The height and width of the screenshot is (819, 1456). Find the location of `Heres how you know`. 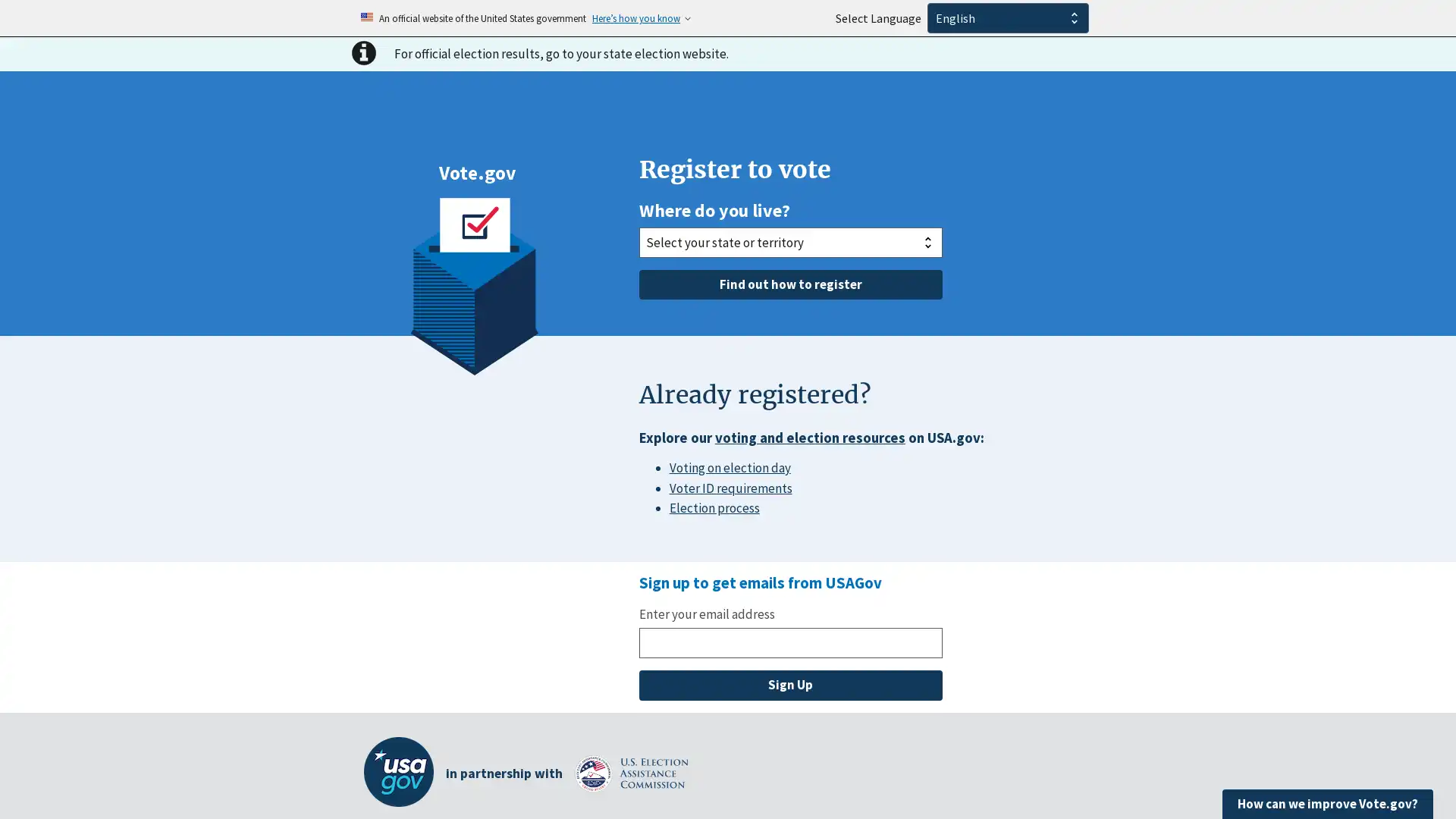

Heres how you know is located at coordinates (636, 17).